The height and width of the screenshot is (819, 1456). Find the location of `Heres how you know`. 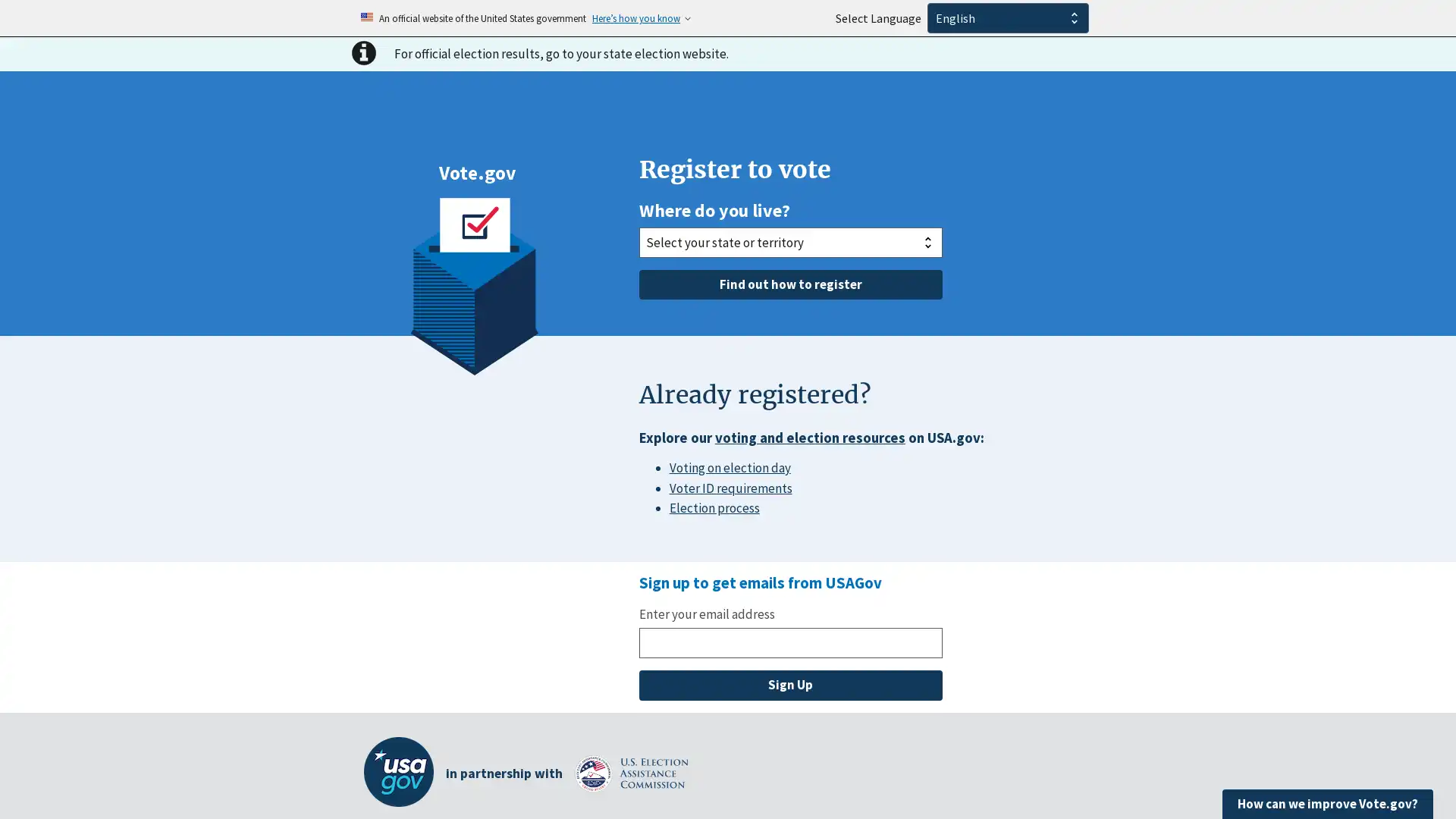

Heres how you know is located at coordinates (636, 17).